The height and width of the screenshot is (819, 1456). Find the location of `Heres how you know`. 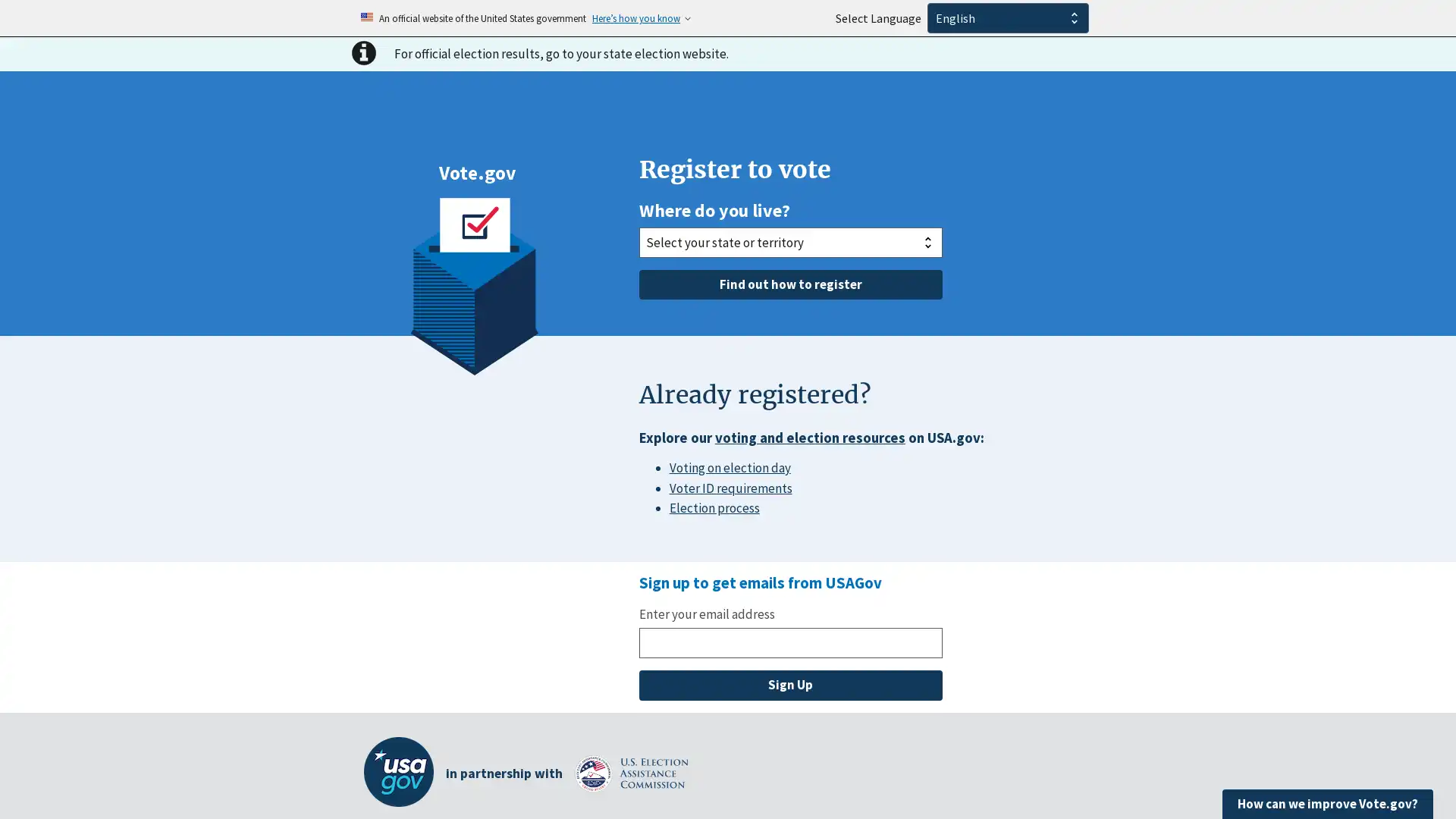

Heres how you know is located at coordinates (636, 17).